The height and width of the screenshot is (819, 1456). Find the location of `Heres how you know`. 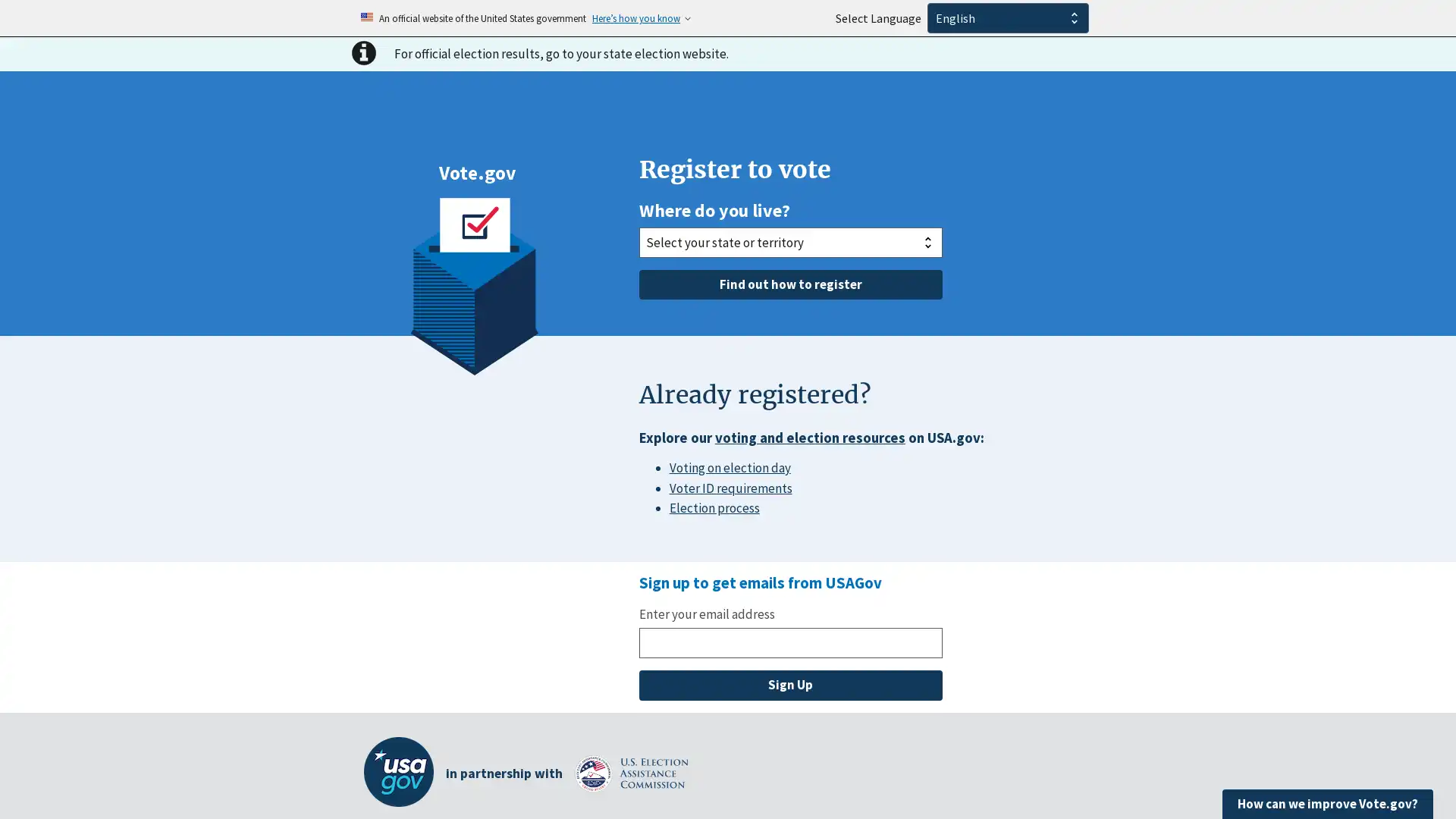

Heres how you know is located at coordinates (636, 17).